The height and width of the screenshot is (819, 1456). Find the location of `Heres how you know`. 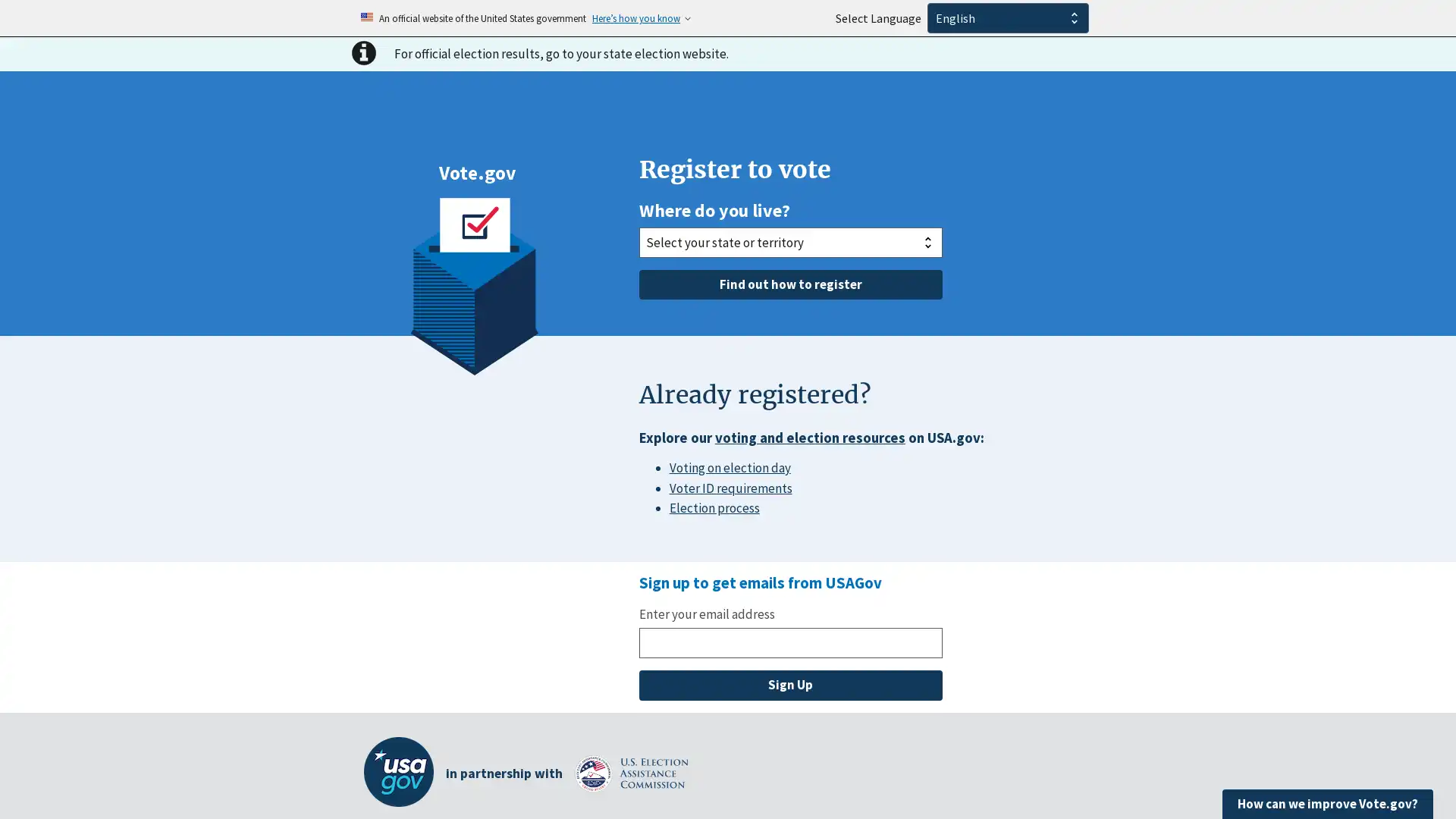

Heres how you know is located at coordinates (636, 17).